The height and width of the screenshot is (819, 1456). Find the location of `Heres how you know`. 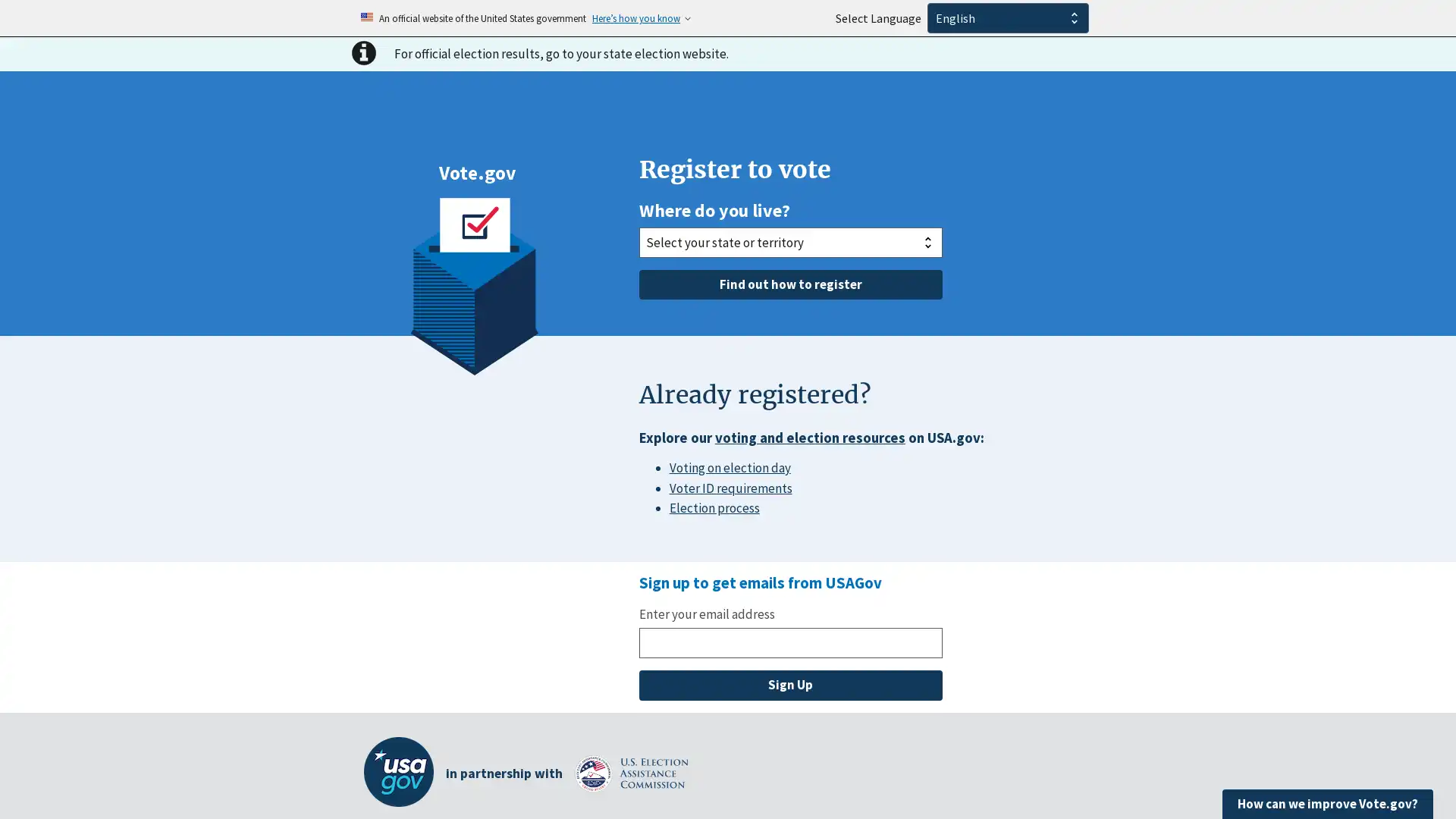

Heres how you know is located at coordinates (636, 17).